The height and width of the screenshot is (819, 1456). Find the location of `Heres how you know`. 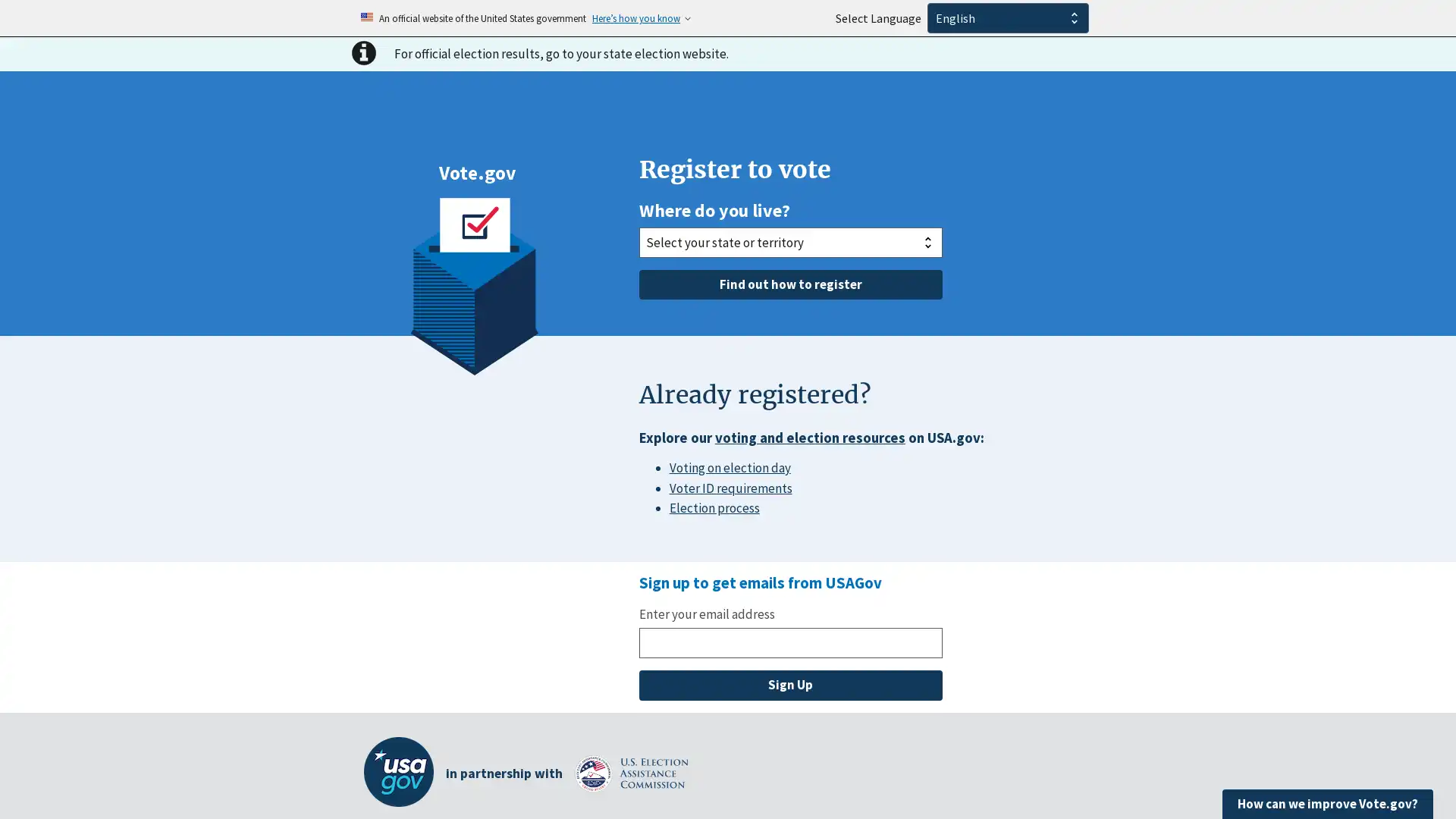

Heres how you know is located at coordinates (636, 17).